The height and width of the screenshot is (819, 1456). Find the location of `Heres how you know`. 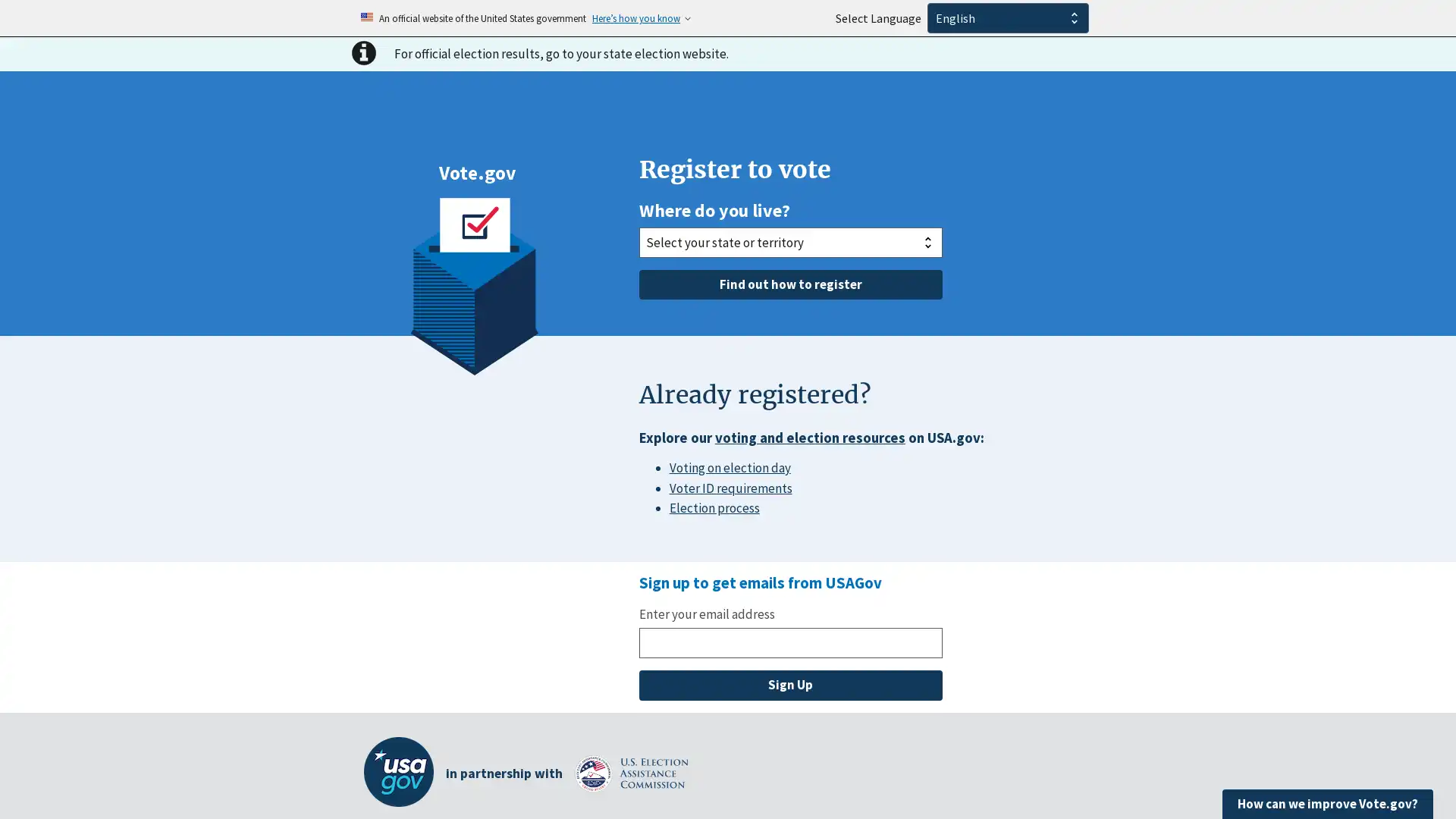

Heres how you know is located at coordinates (636, 17).